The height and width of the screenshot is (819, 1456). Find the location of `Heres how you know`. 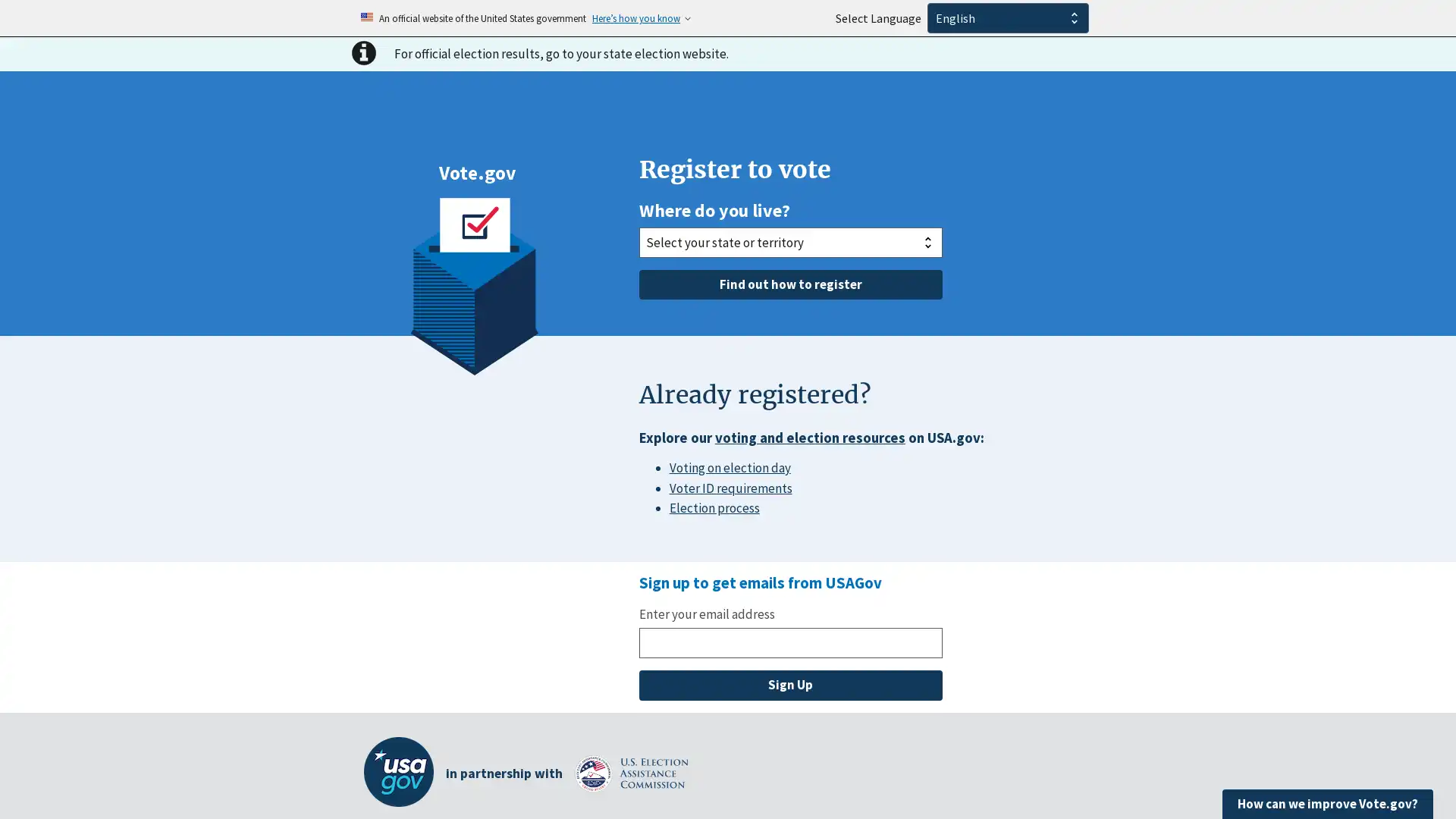

Heres how you know is located at coordinates (636, 17).